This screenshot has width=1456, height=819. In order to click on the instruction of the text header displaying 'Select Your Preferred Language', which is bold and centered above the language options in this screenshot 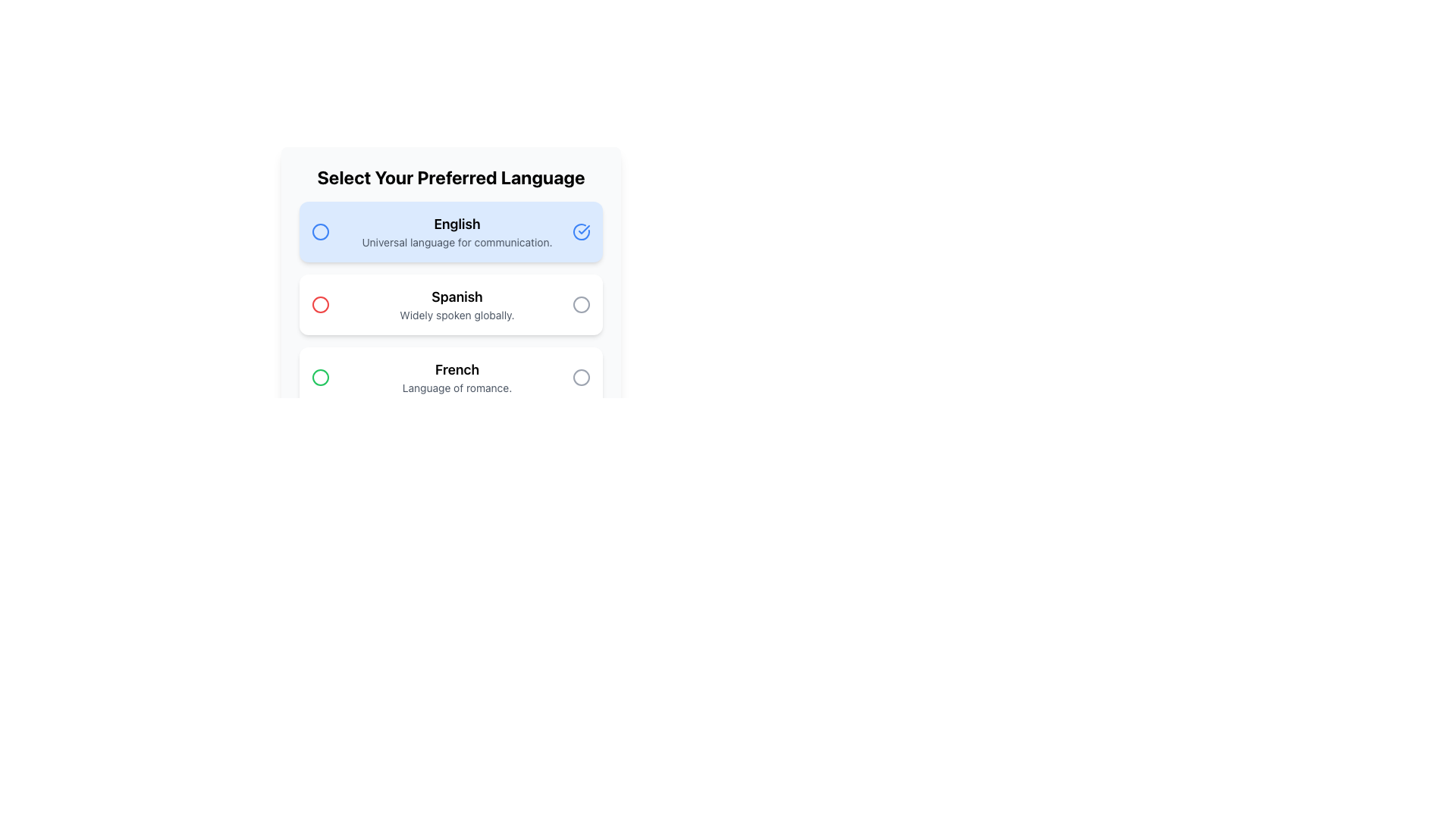, I will do `click(450, 177)`.